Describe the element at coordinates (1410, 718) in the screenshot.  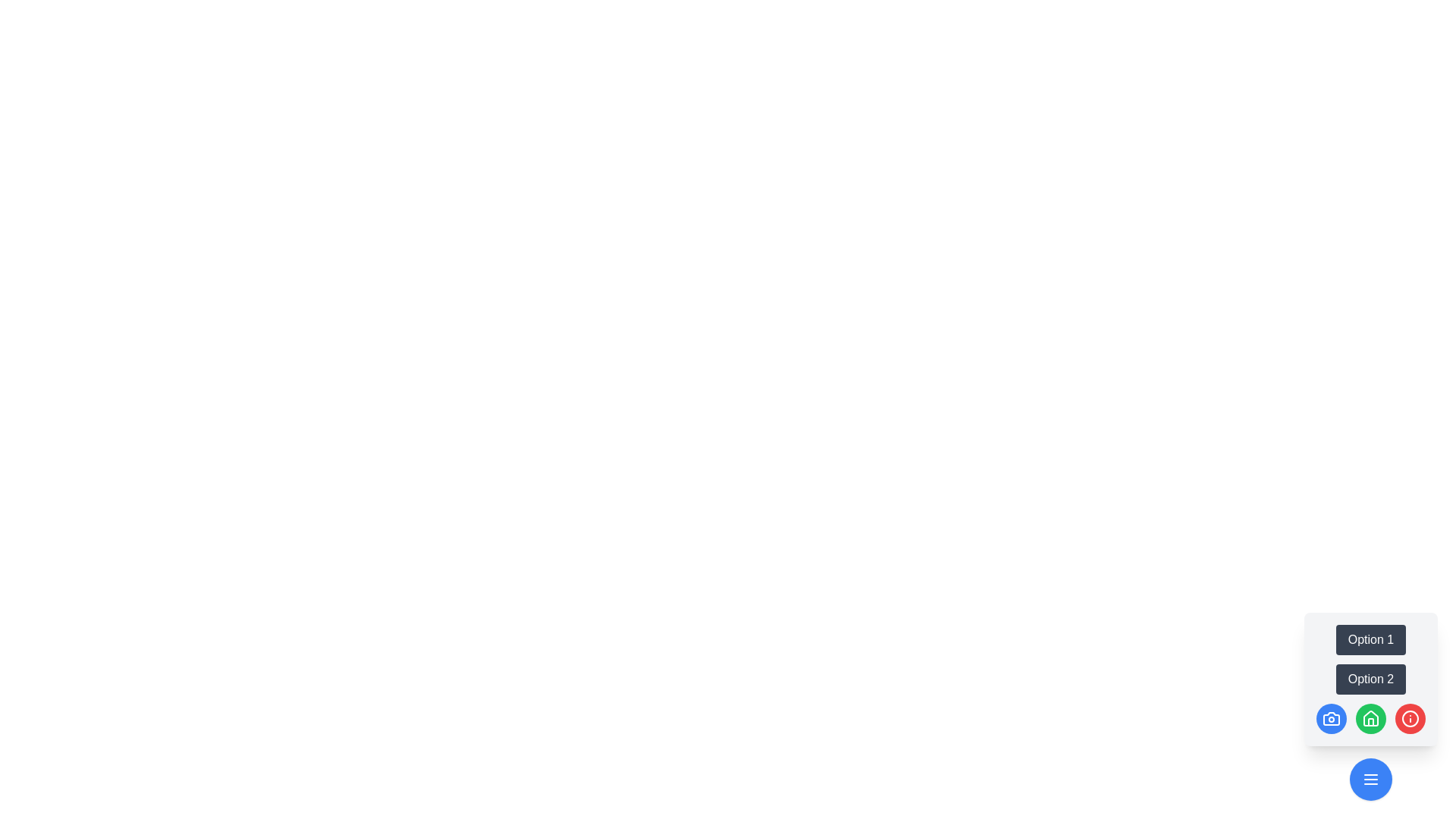
I see `the SVG circle graphic that is part of an icon located towards the bottom right of the interface` at that location.